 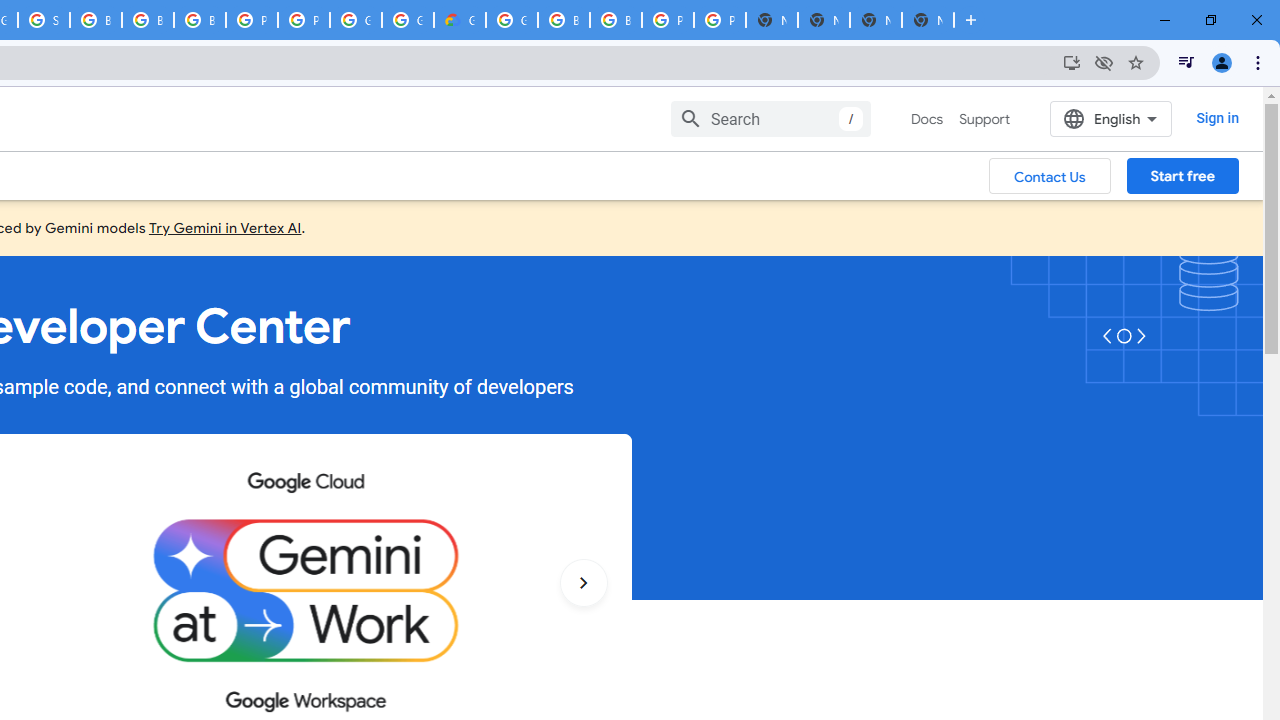 What do you see at coordinates (459, 20) in the screenshot?
I see `'Google Cloud Estimate Summary'` at bounding box center [459, 20].